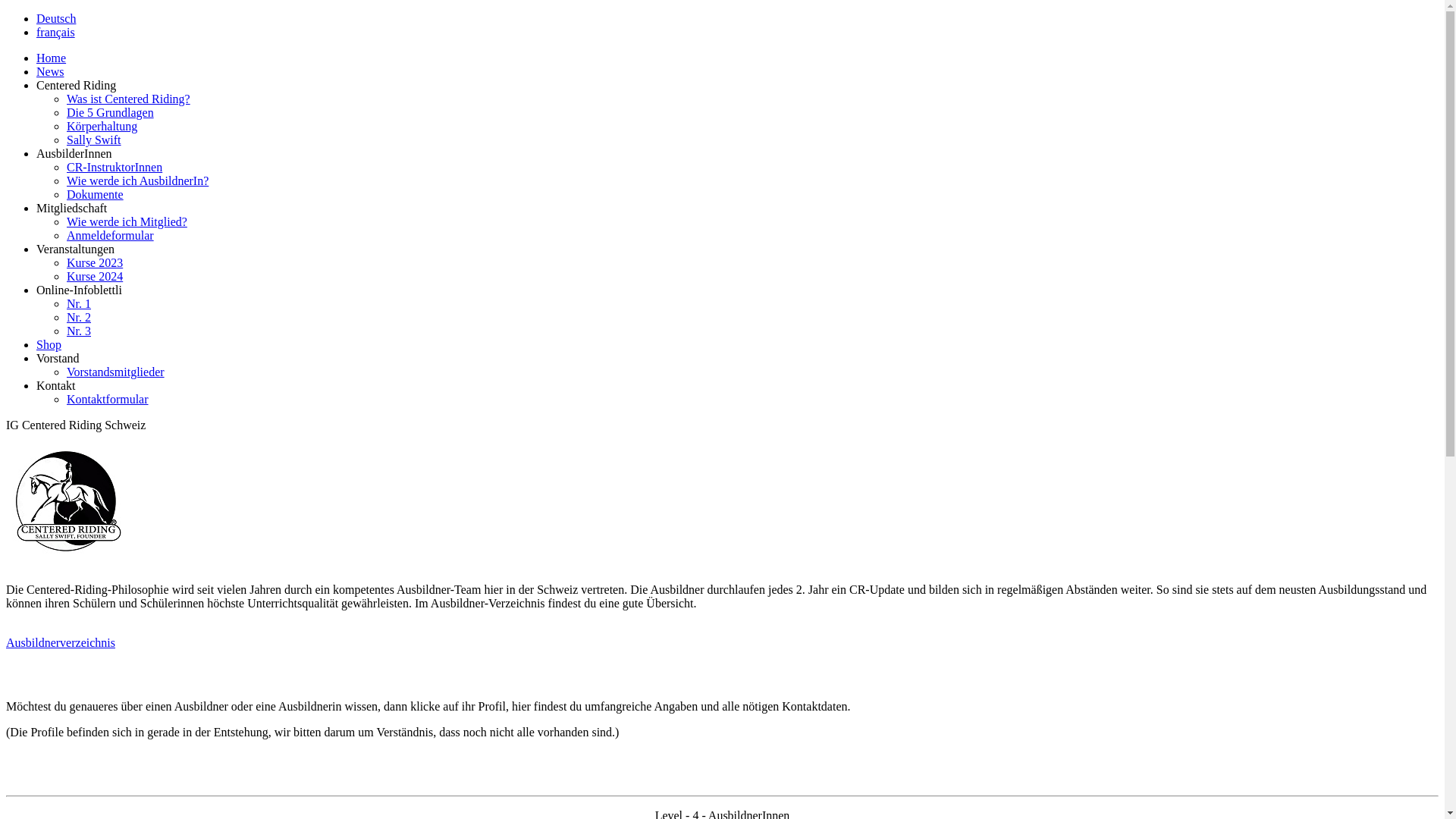 The height and width of the screenshot is (819, 1456). What do you see at coordinates (65, 398) in the screenshot?
I see `'Kontaktformular'` at bounding box center [65, 398].